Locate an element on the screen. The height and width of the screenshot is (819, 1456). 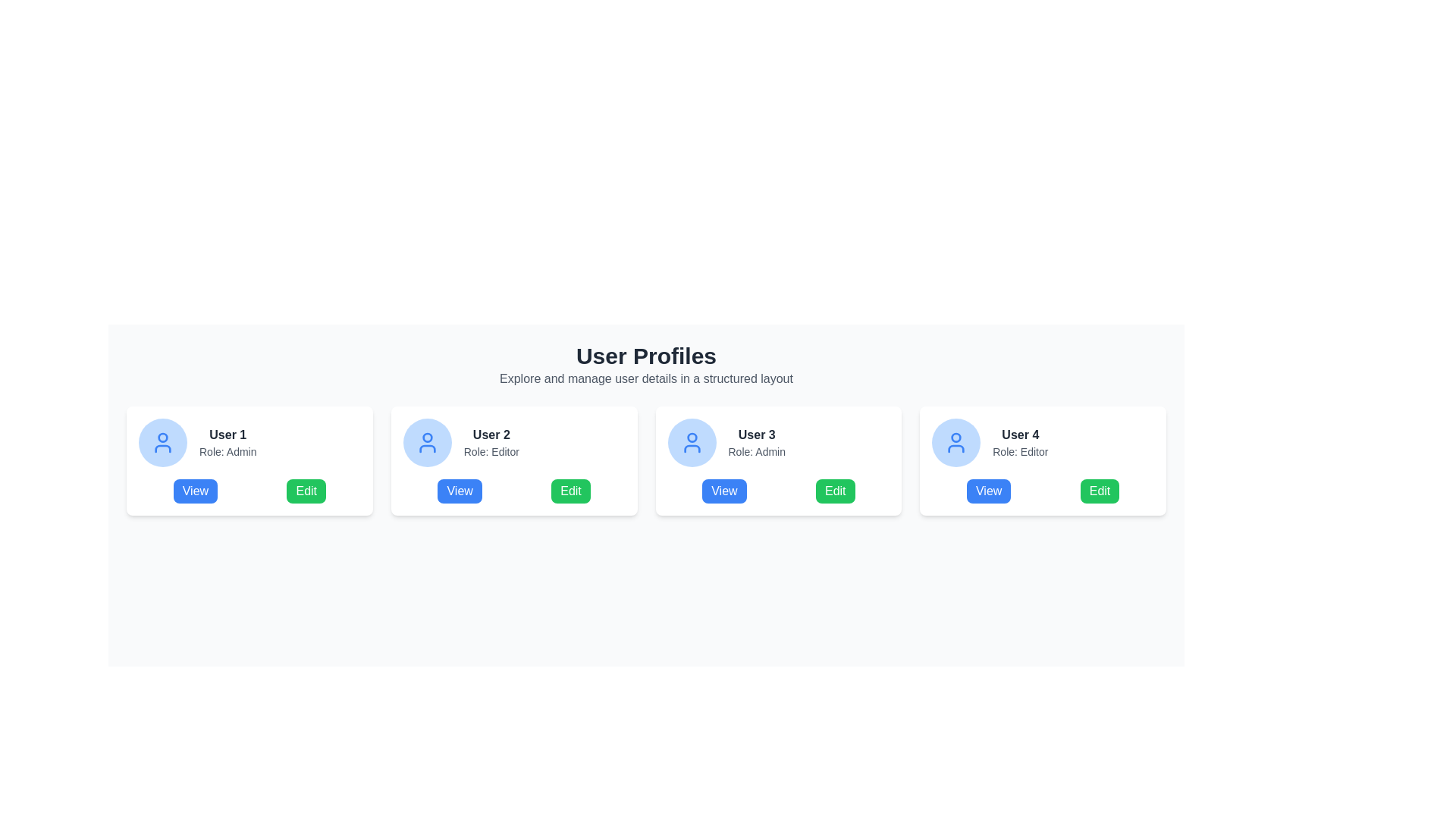
the first button in the second user profile card to trigger the hover effect is located at coordinates (459, 491).